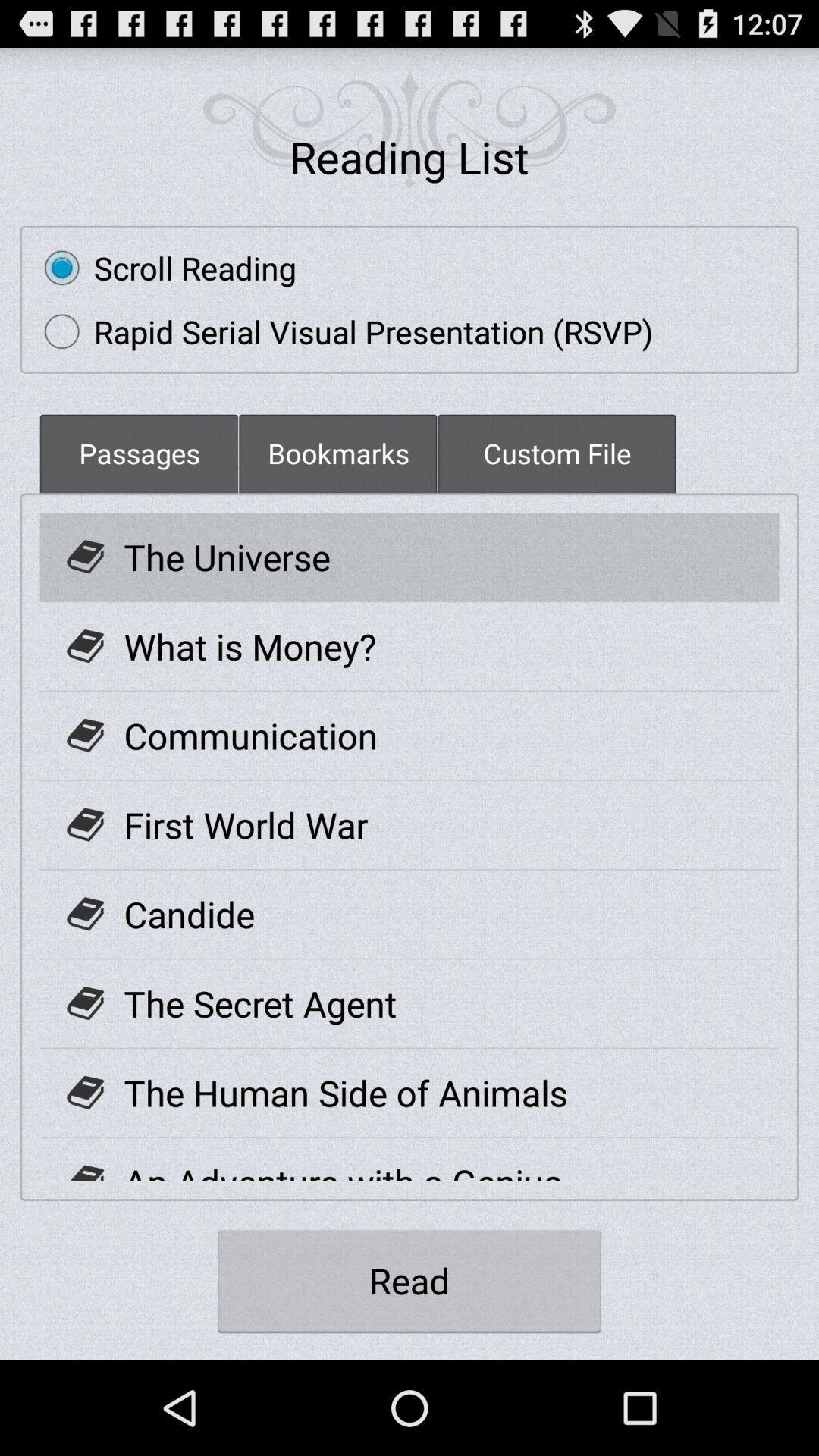 Image resolution: width=819 pixels, height=1456 pixels. I want to click on rapid serial visual icon, so click(341, 331).